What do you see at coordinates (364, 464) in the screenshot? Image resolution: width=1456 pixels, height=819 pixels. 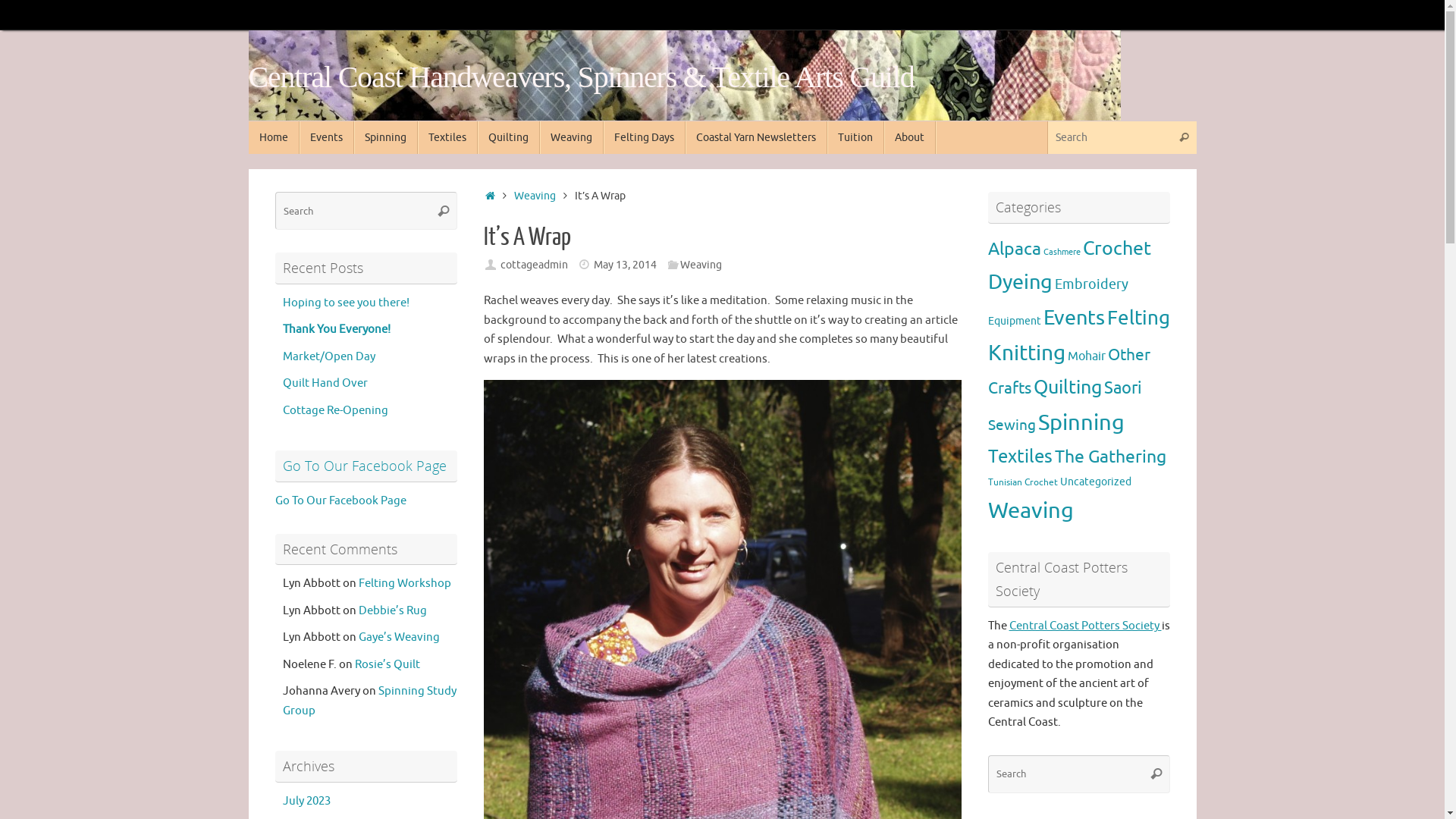 I see `'Go To Our Facebook Page'` at bounding box center [364, 464].